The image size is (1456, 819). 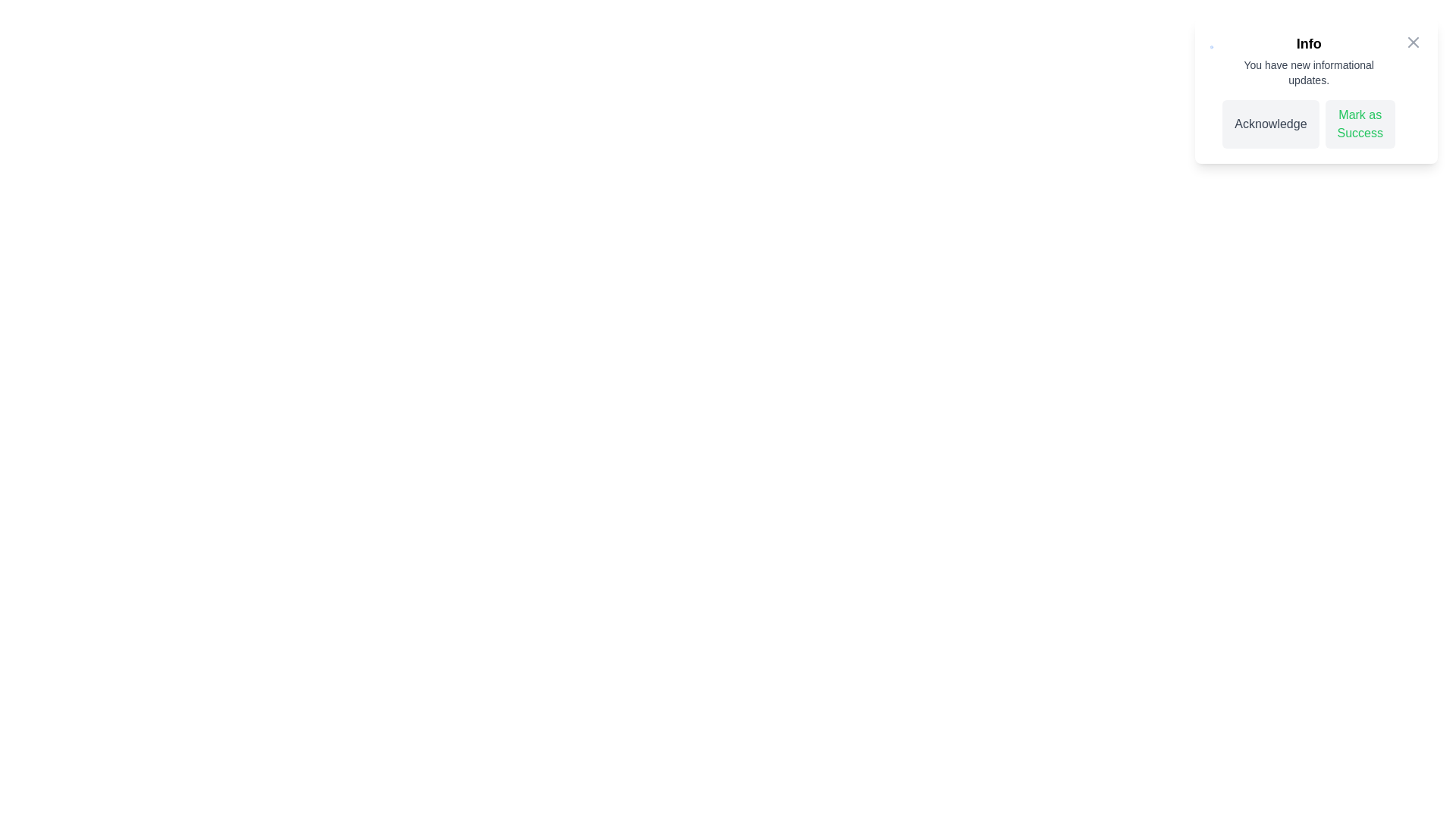 What do you see at coordinates (1412, 42) in the screenshot?
I see `the close button of the notification to close it` at bounding box center [1412, 42].